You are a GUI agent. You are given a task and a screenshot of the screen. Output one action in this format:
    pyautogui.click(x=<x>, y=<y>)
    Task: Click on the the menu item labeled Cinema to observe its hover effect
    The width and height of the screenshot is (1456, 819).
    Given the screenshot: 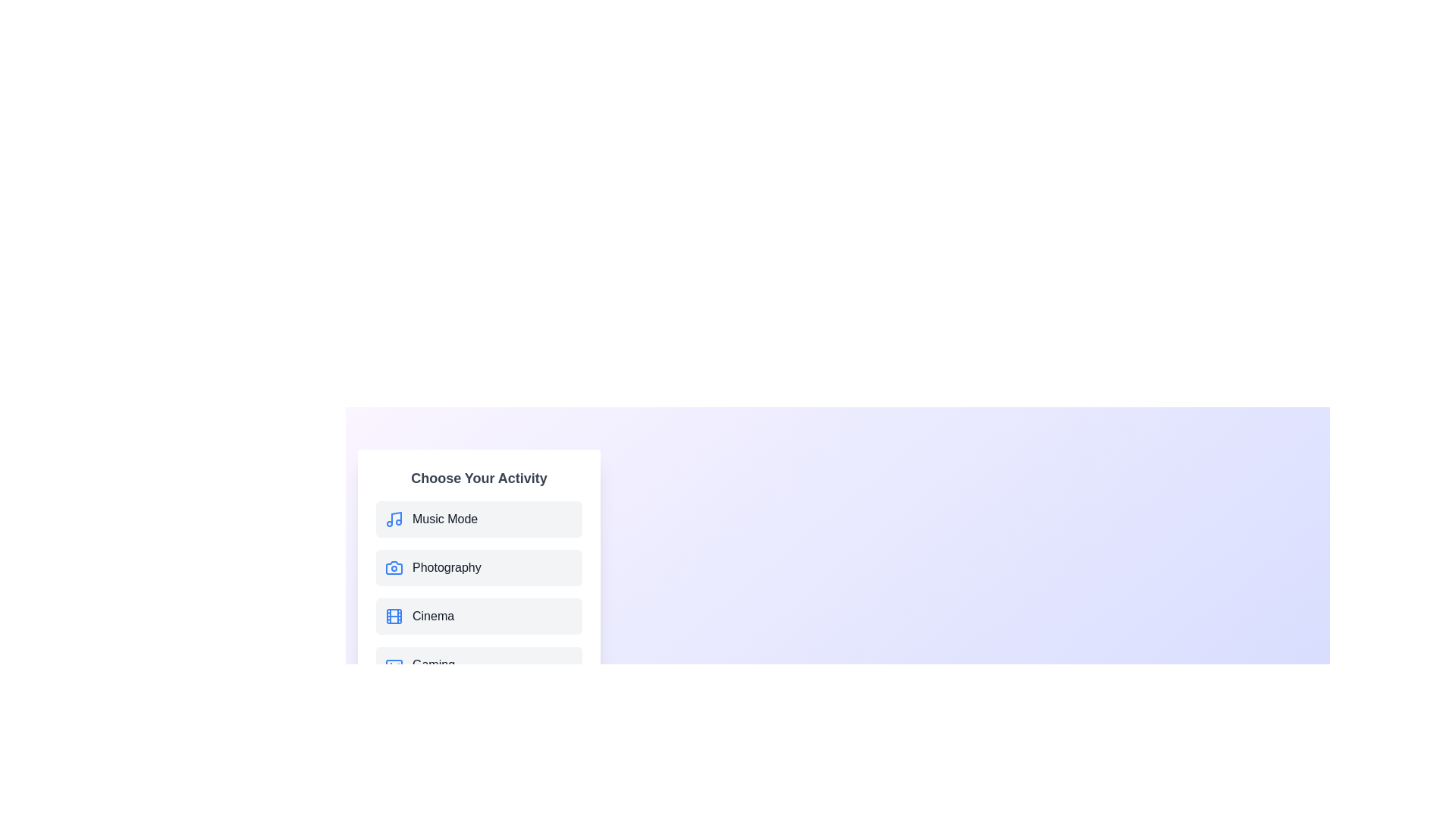 What is the action you would take?
    pyautogui.click(x=479, y=617)
    